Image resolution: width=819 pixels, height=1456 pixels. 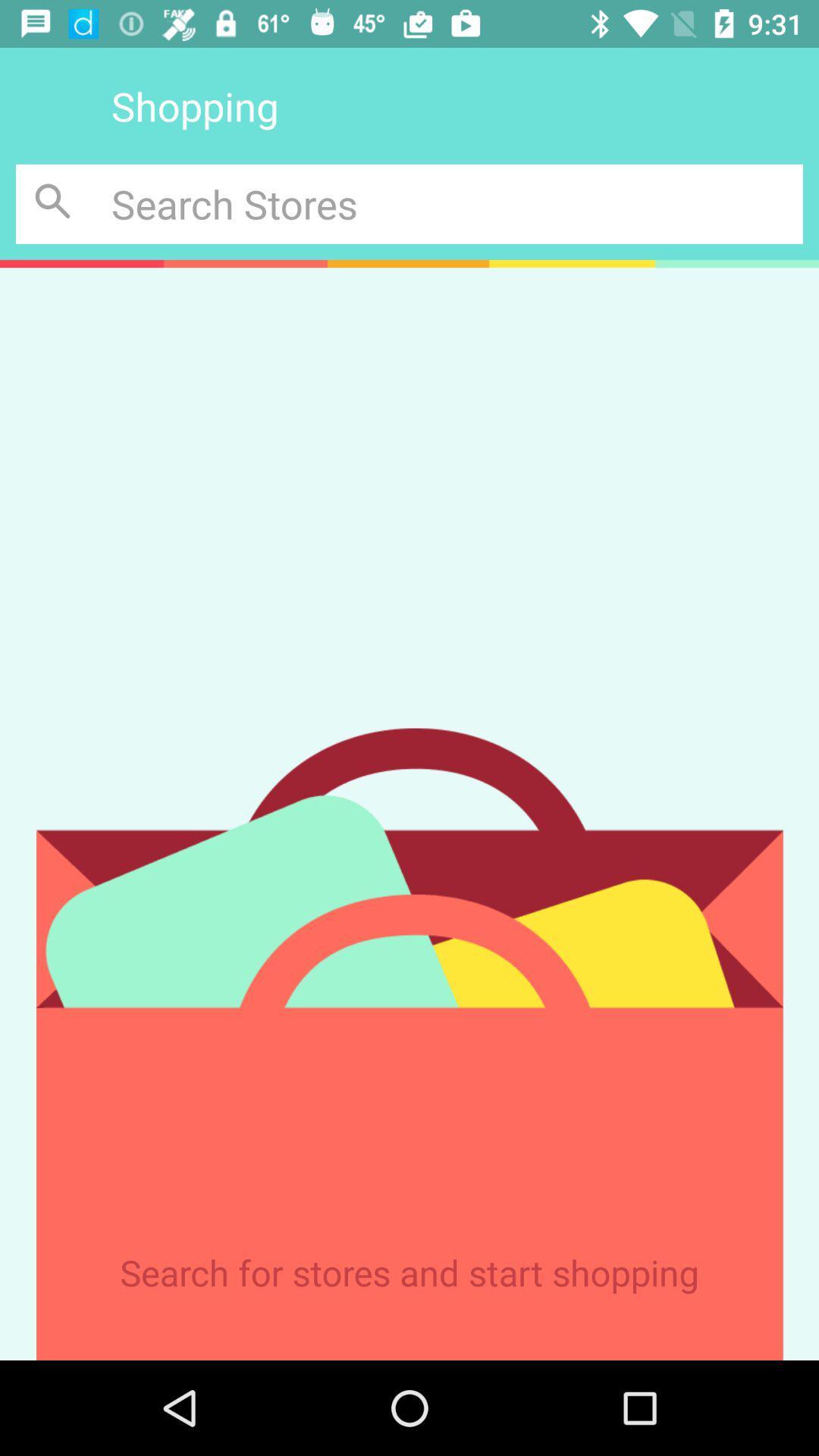 What do you see at coordinates (456, 203) in the screenshot?
I see `search bar` at bounding box center [456, 203].